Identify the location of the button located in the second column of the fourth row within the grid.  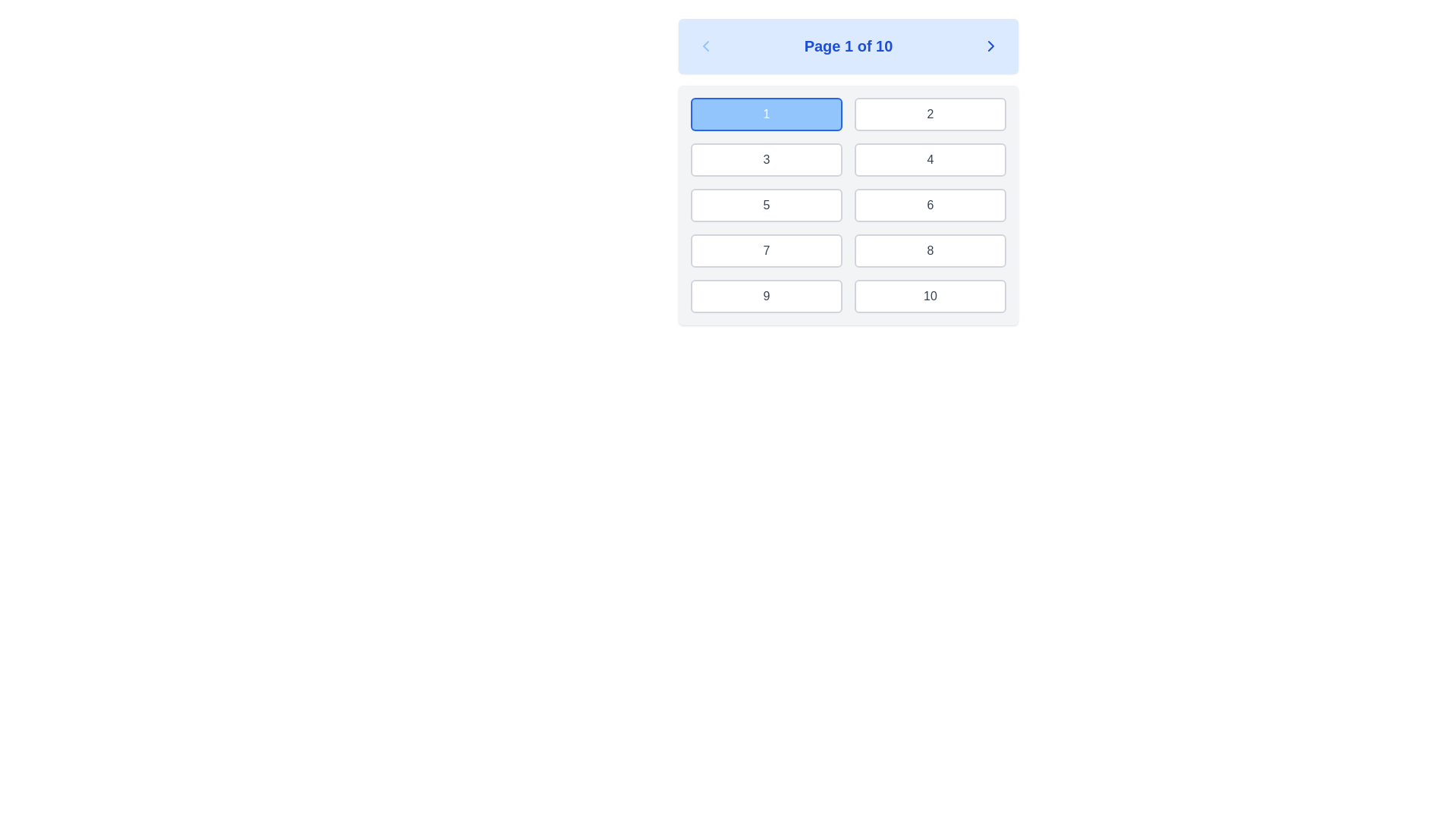
(930, 250).